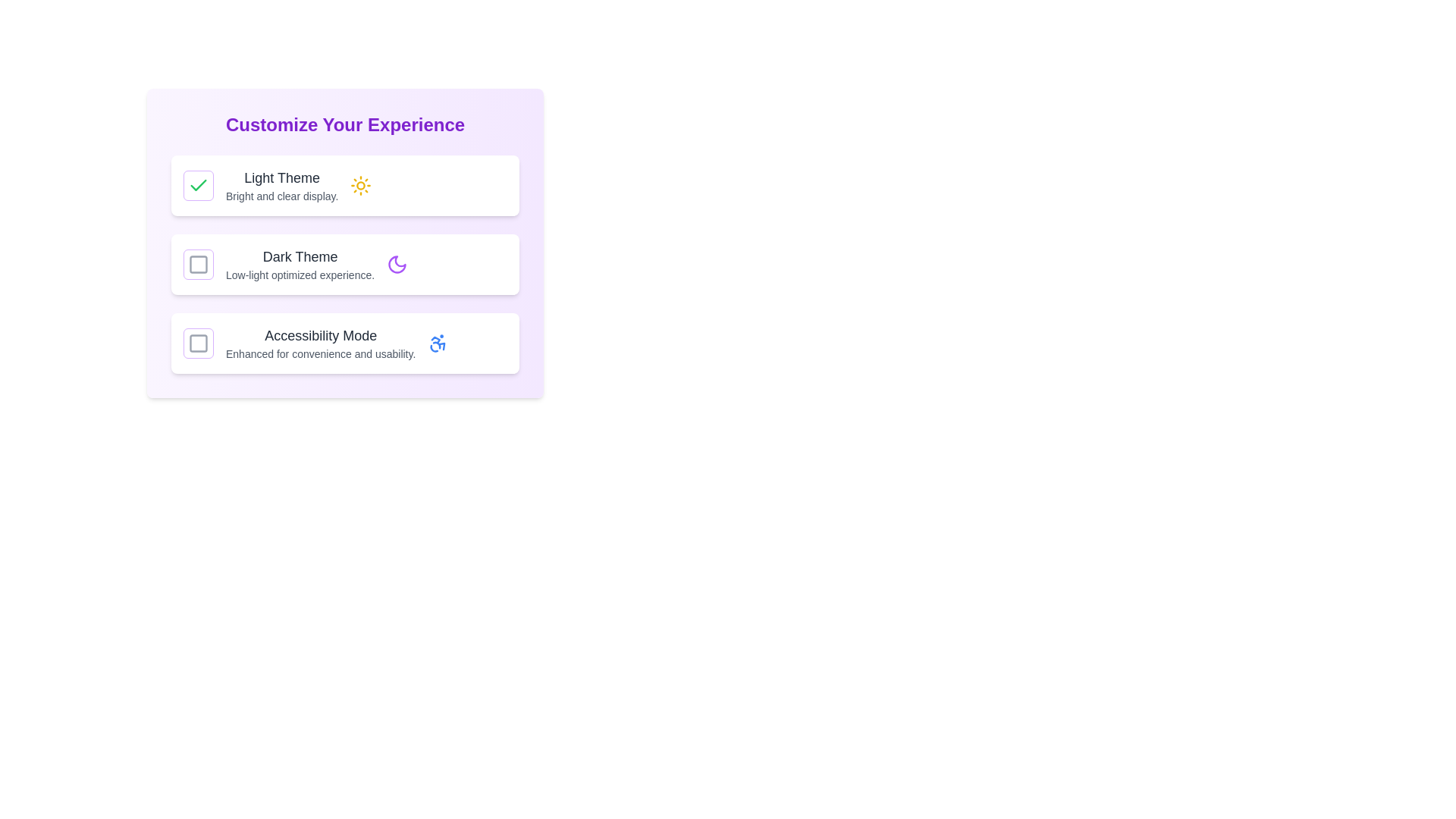 This screenshot has width=1456, height=819. I want to click on the 'Light Theme' checkbox styled as a button, which indicates the selection status for the theme, so click(198, 185).